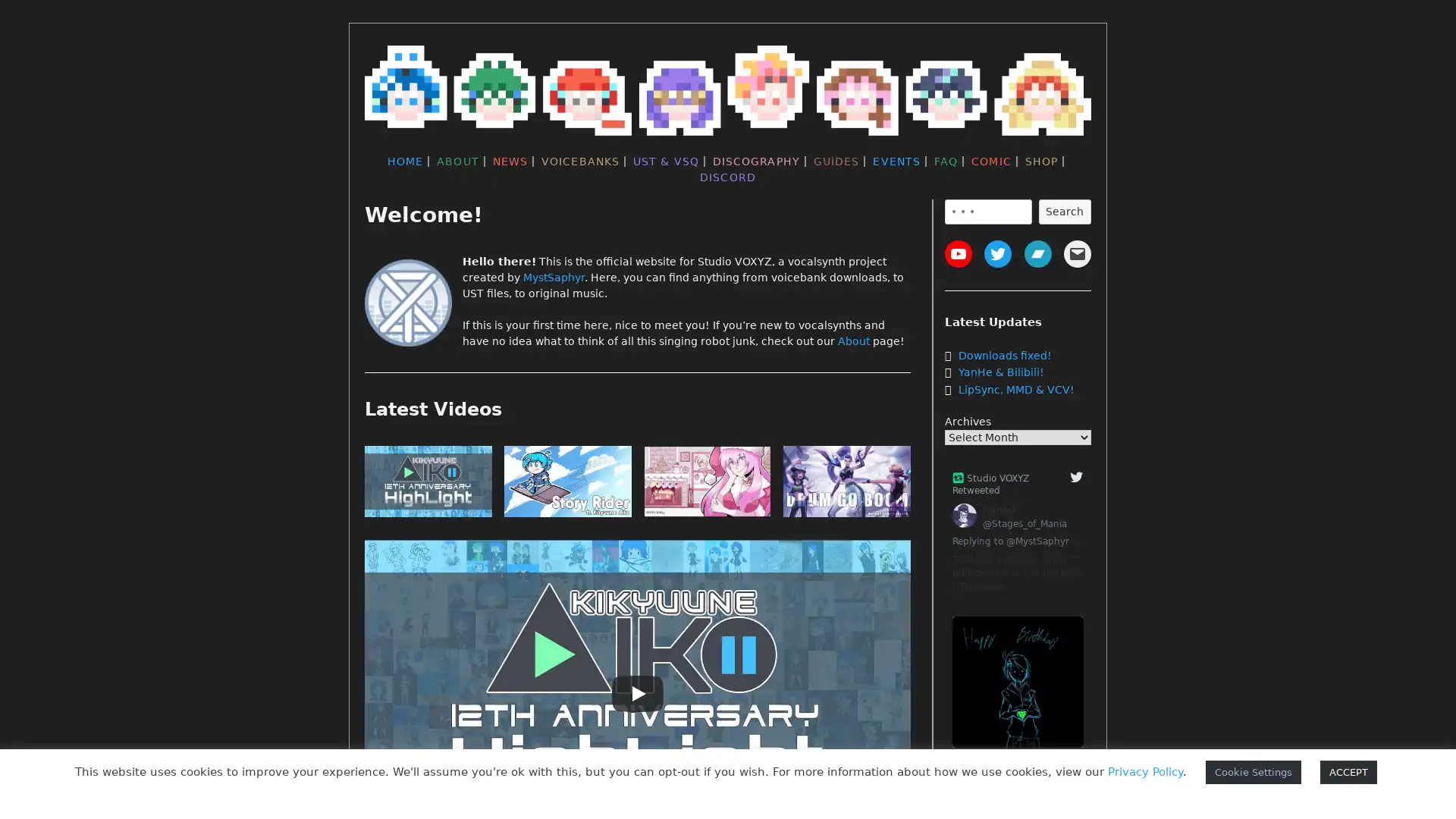 The image size is (1456, 819). I want to click on play, so click(566, 485).